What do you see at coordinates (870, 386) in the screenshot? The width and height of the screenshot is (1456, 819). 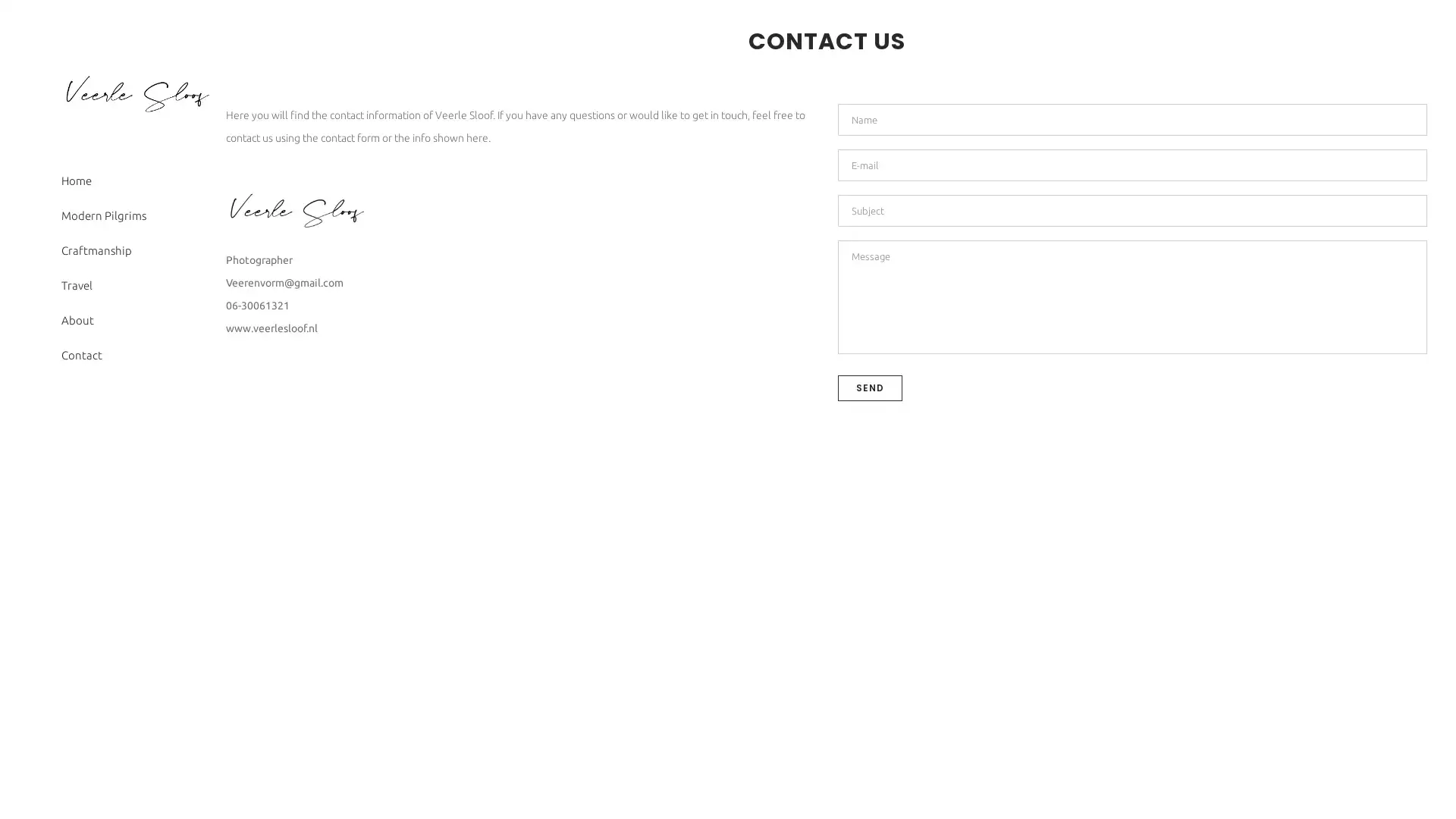 I see `Send` at bounding box center [870, 386].